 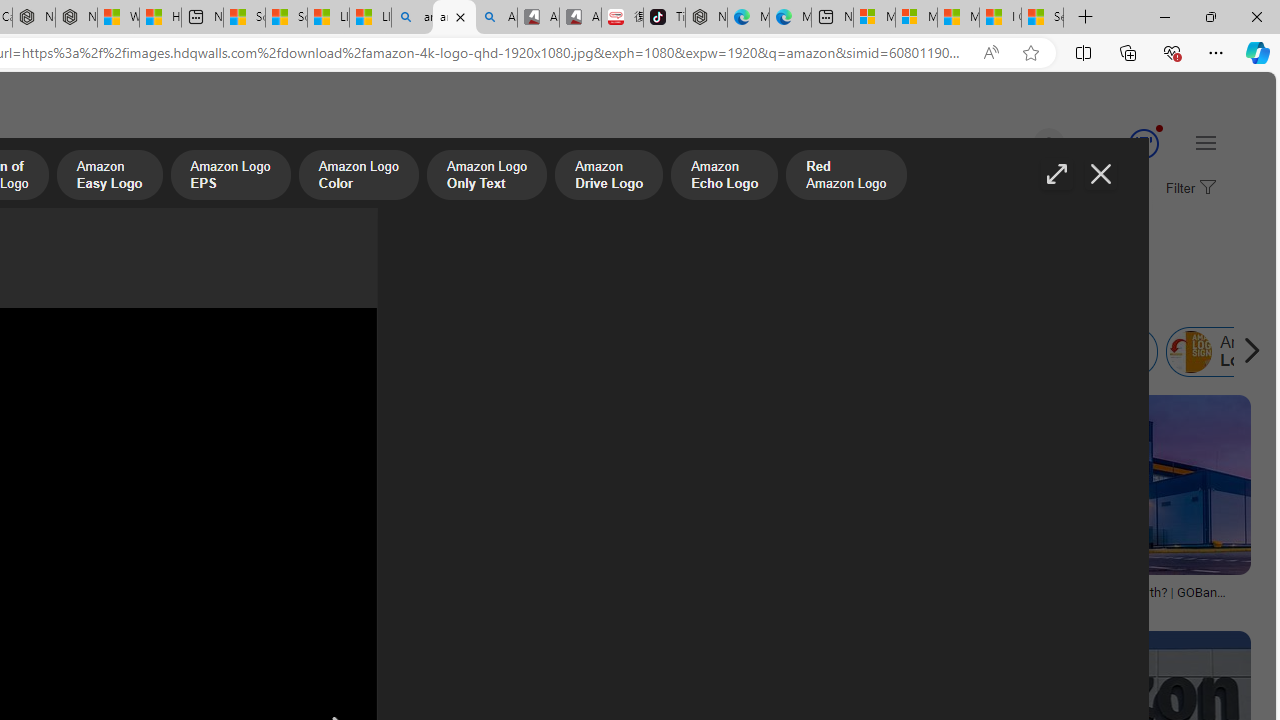 What do you see at coordinates (1204, 141) in the screenshot?
I see `'Settings and quick links'` at bounding box center [1204, 141].